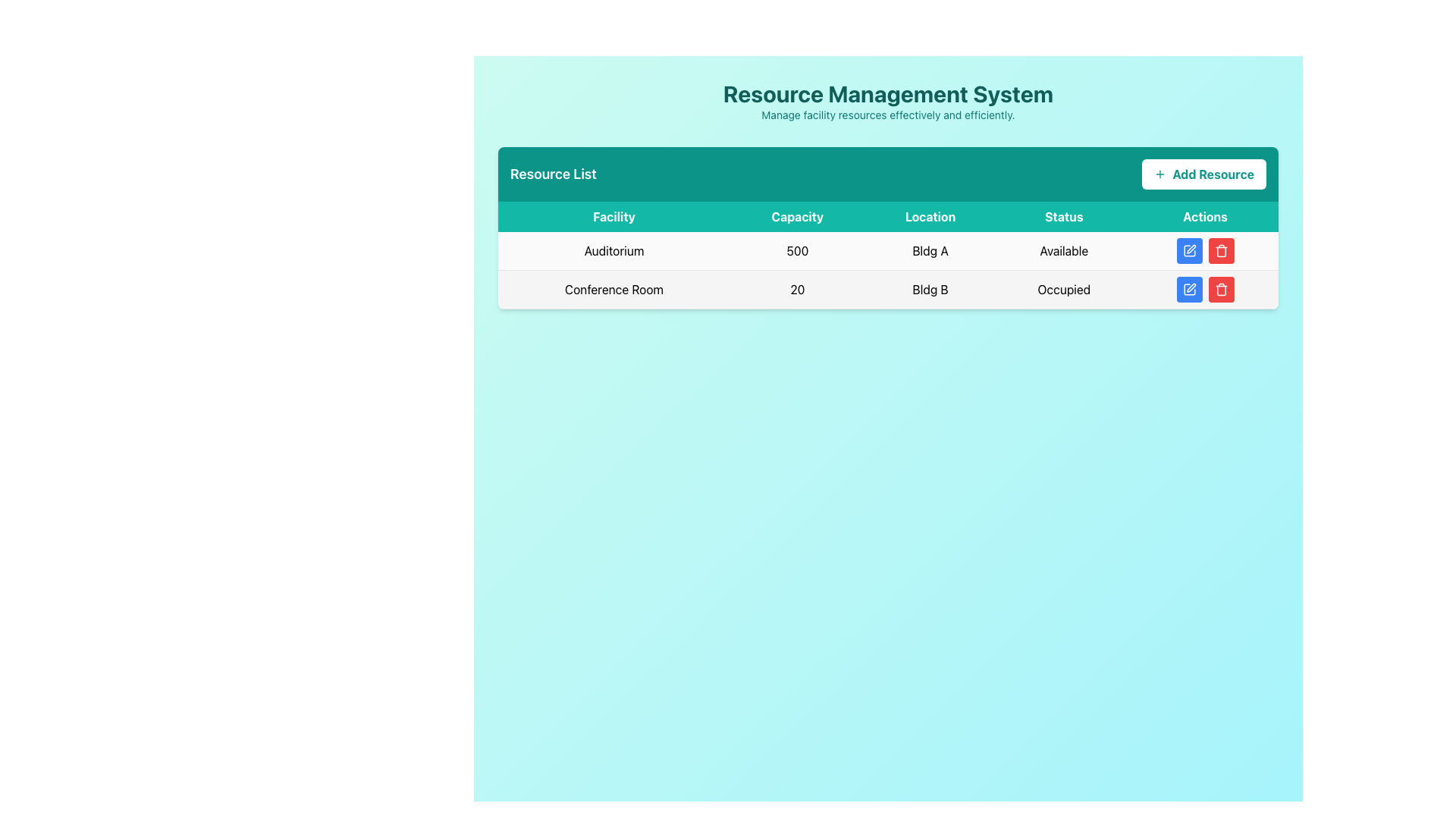 Image resolution: width=1456 pixels, height=819 pixels. Describe the element at coordinates (1221, 250) in the screenshot. I see `the delete button located` at that location.